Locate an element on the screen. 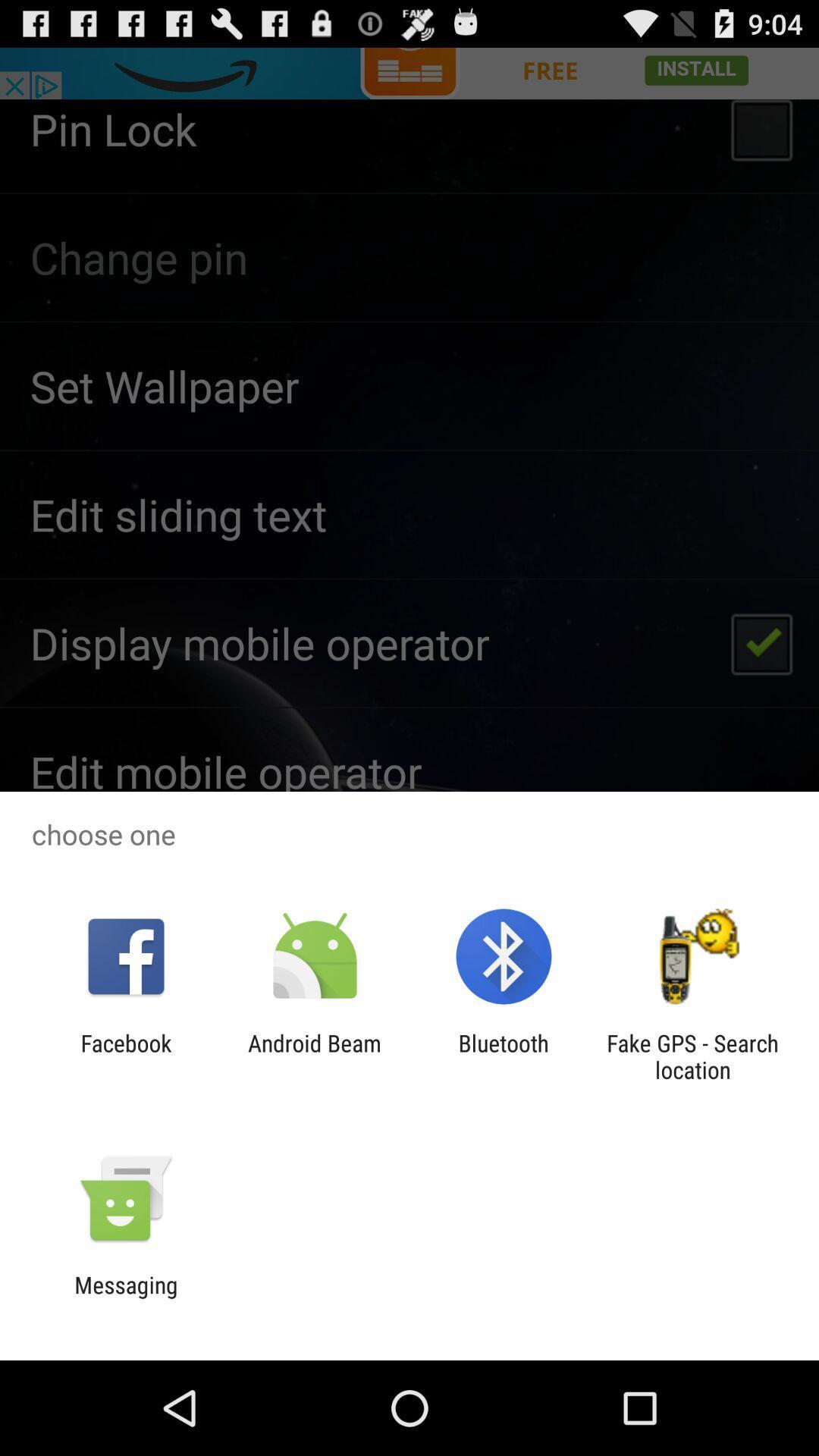 The width and height of the screenshot is (819, 1456). bluetooth item is located at coordinates (504, 1056).